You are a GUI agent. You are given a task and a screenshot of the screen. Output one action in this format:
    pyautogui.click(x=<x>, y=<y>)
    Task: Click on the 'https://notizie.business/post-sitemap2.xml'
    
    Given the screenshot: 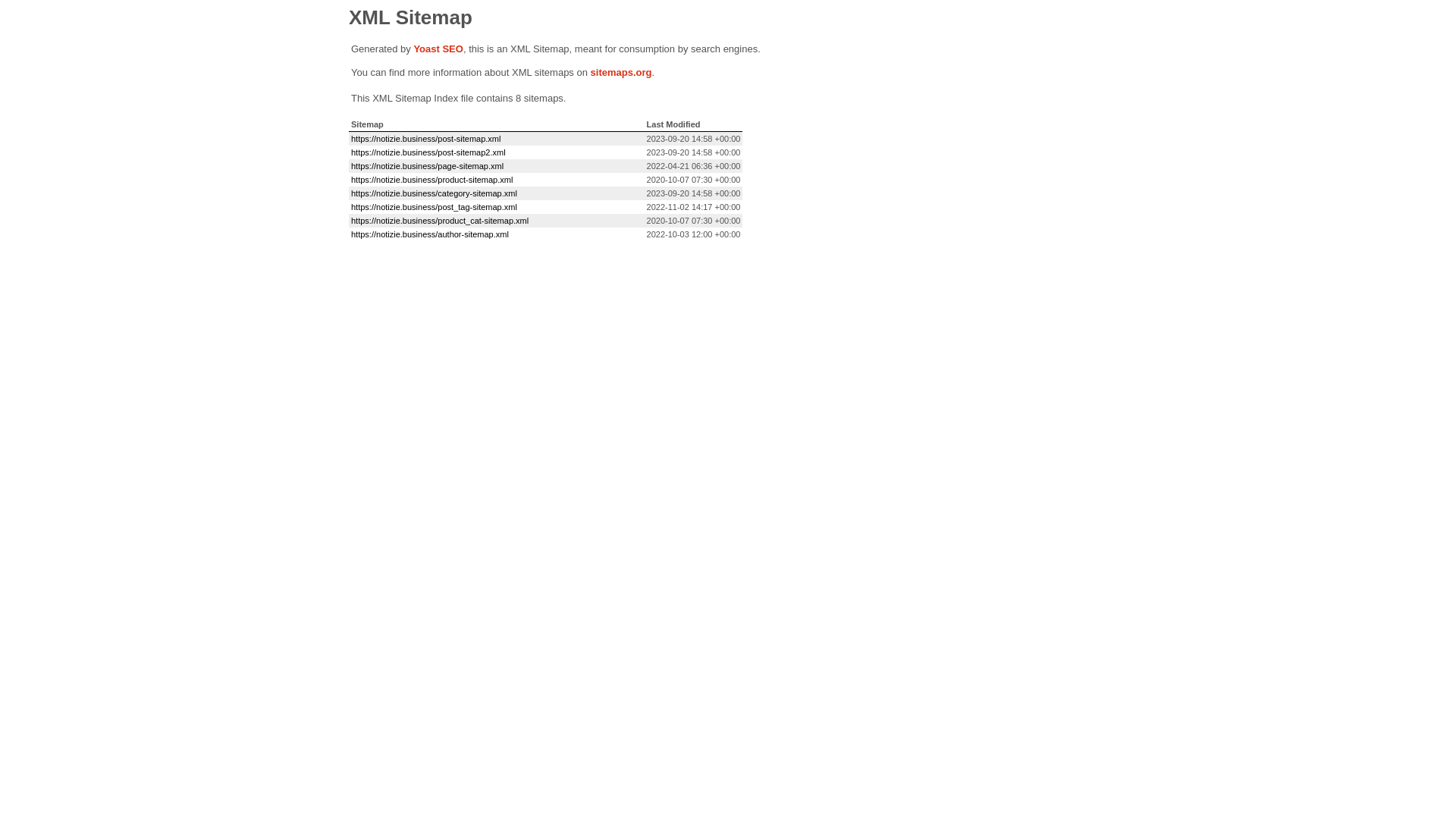 What is the action you would take?
    pyautogui.click(x=428, y=152)
    